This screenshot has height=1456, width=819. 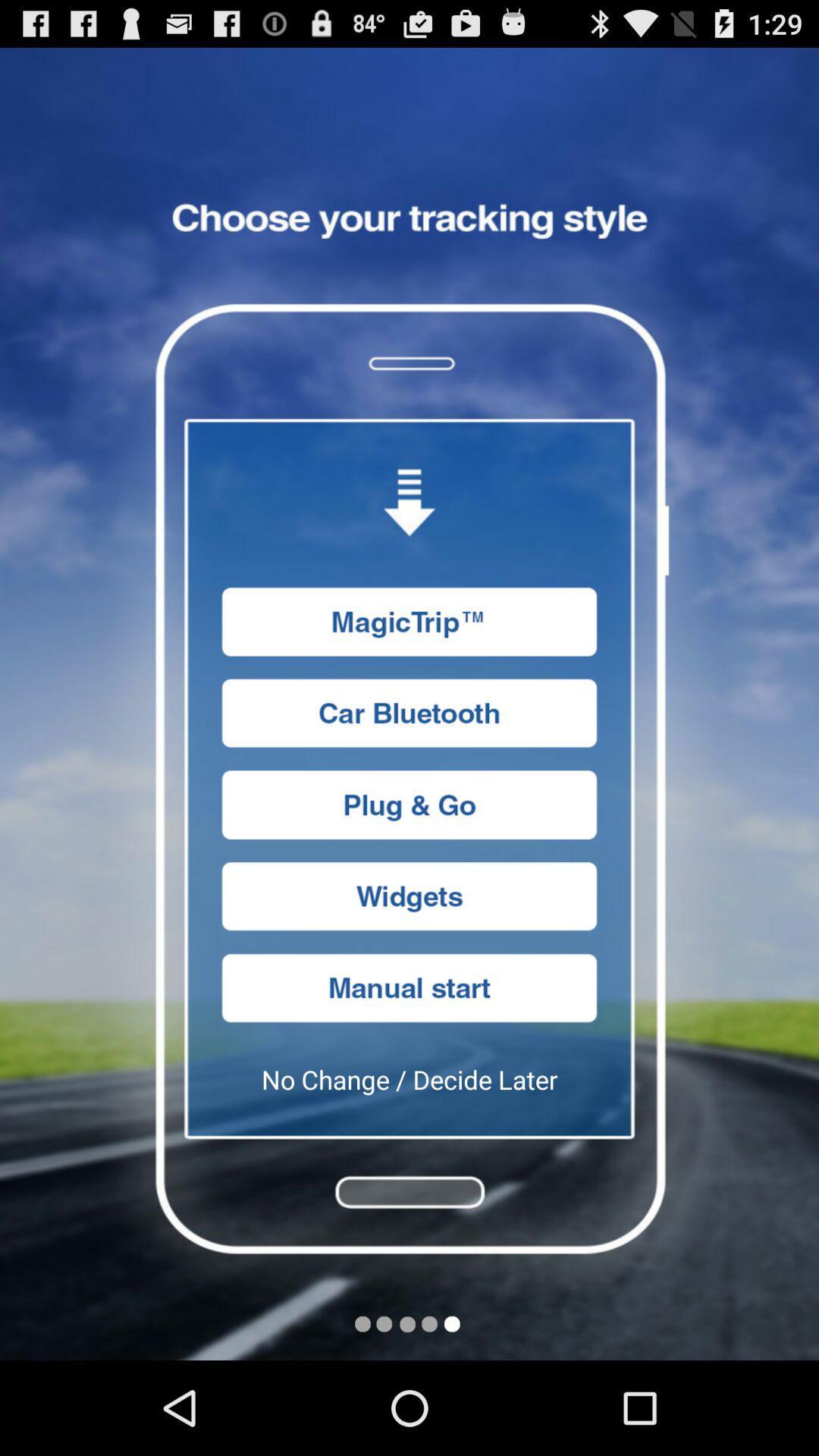 What do you see at coordinates (409, 896) in the screenshot?
I see `access widgets` at bounding box center [409, 896].